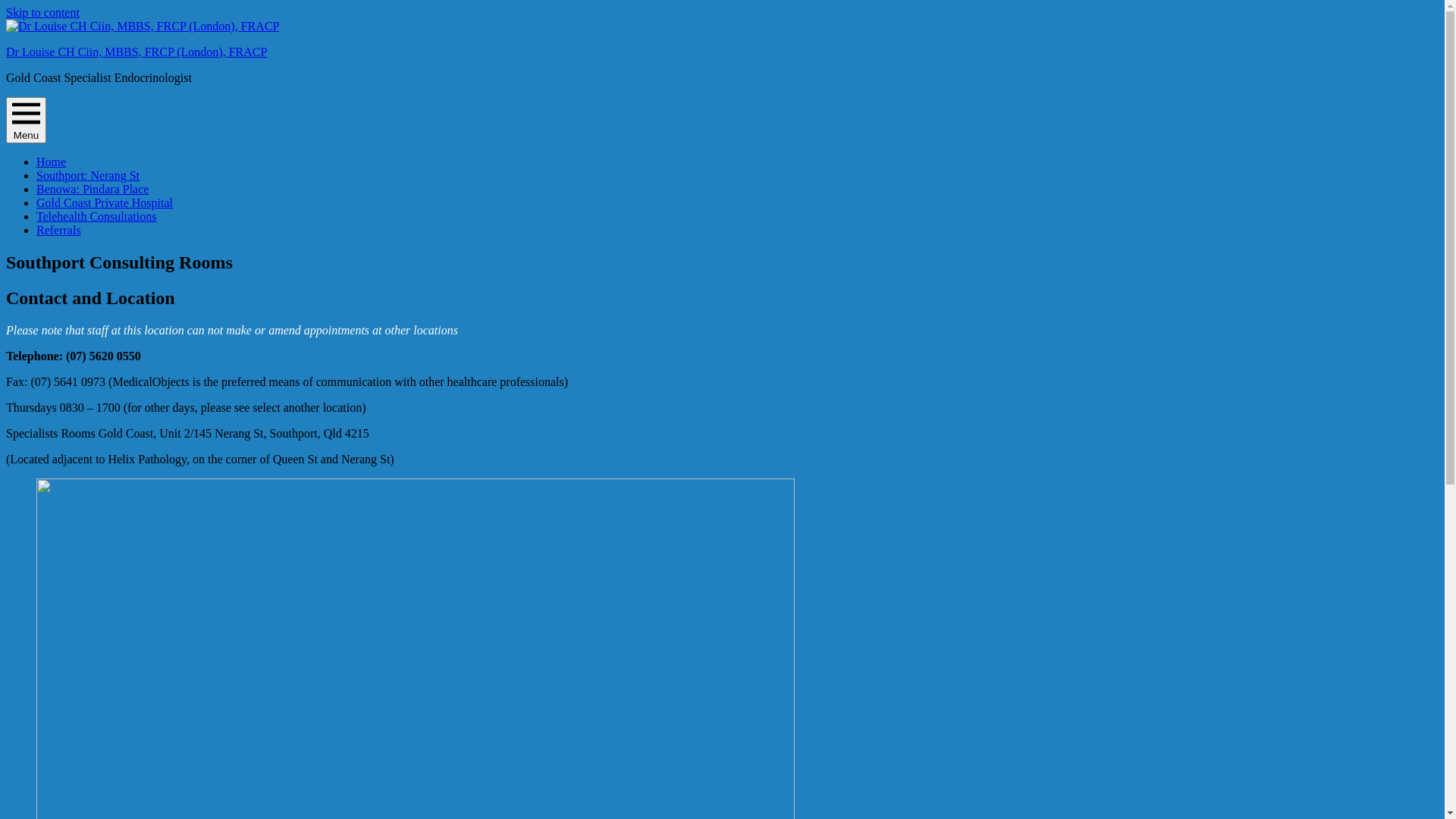  I want to click on 'Referrals', so click(58, 230).